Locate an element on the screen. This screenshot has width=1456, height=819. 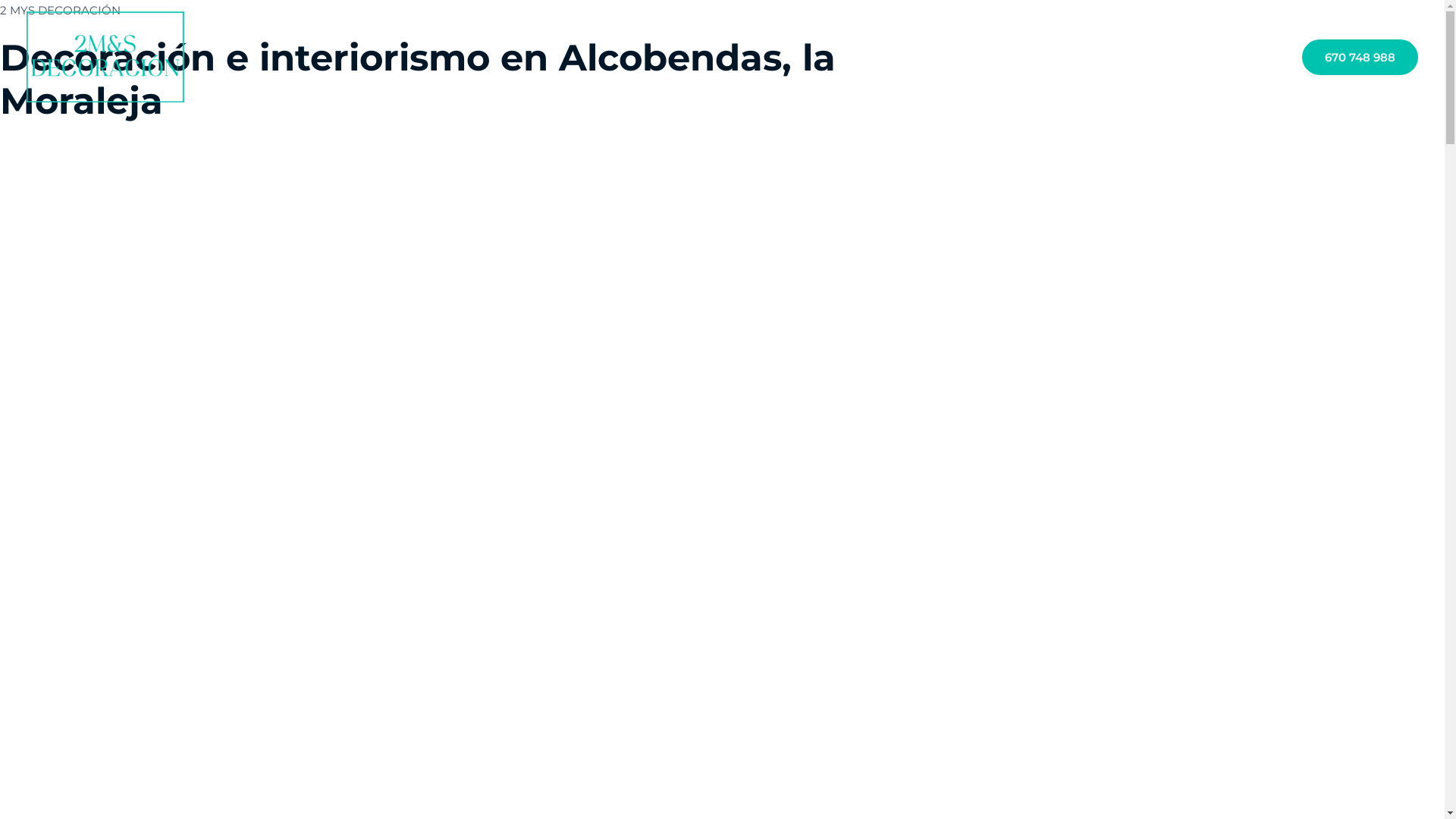
'Contacto' is located at coordinates (1249, 58).